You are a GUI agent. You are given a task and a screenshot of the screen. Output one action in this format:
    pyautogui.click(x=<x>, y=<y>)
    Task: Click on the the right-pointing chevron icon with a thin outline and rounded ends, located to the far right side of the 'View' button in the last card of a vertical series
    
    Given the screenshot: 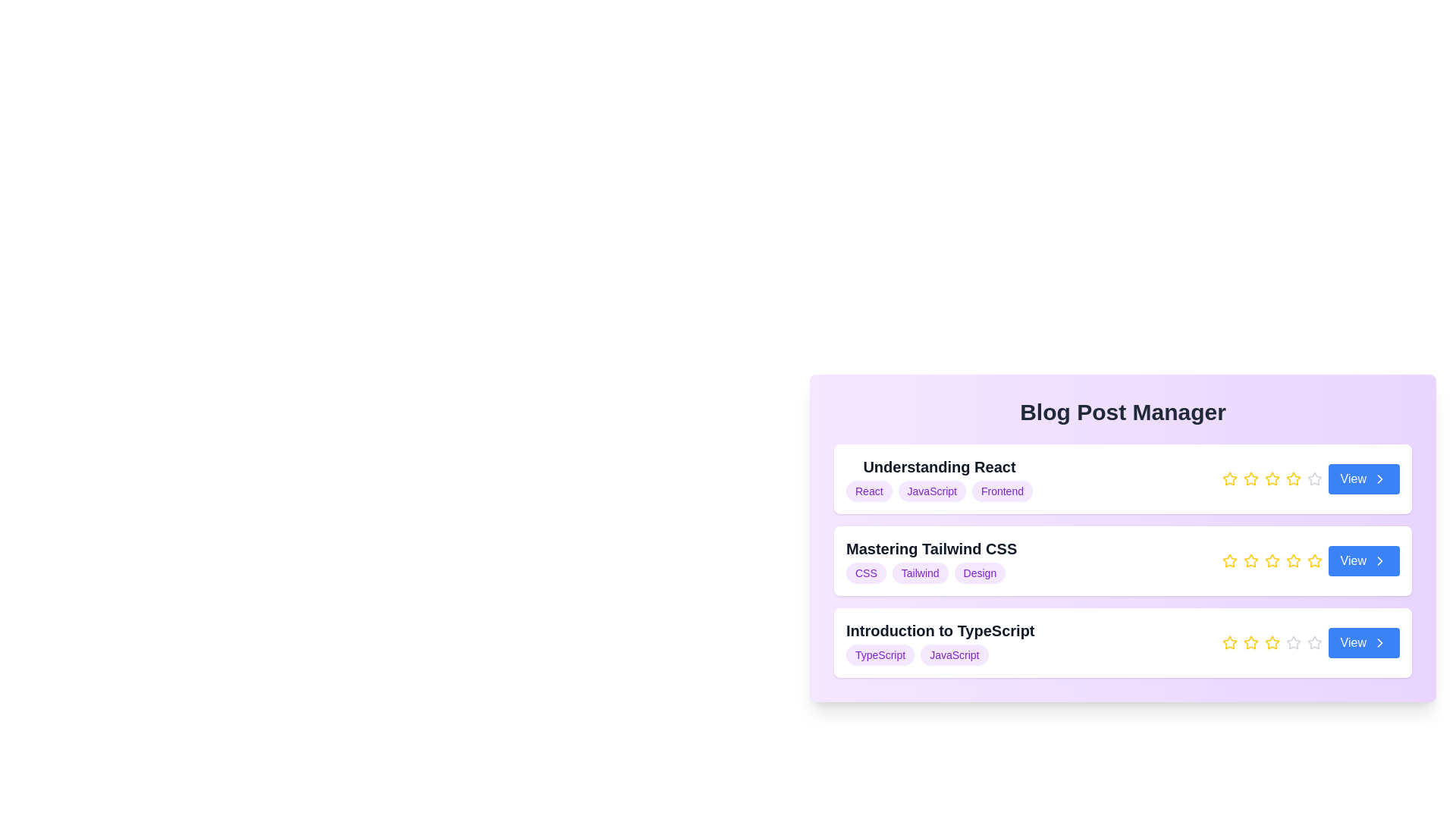 What is the action you would take?
    pyautogui.click(x=1379, y=643)
    